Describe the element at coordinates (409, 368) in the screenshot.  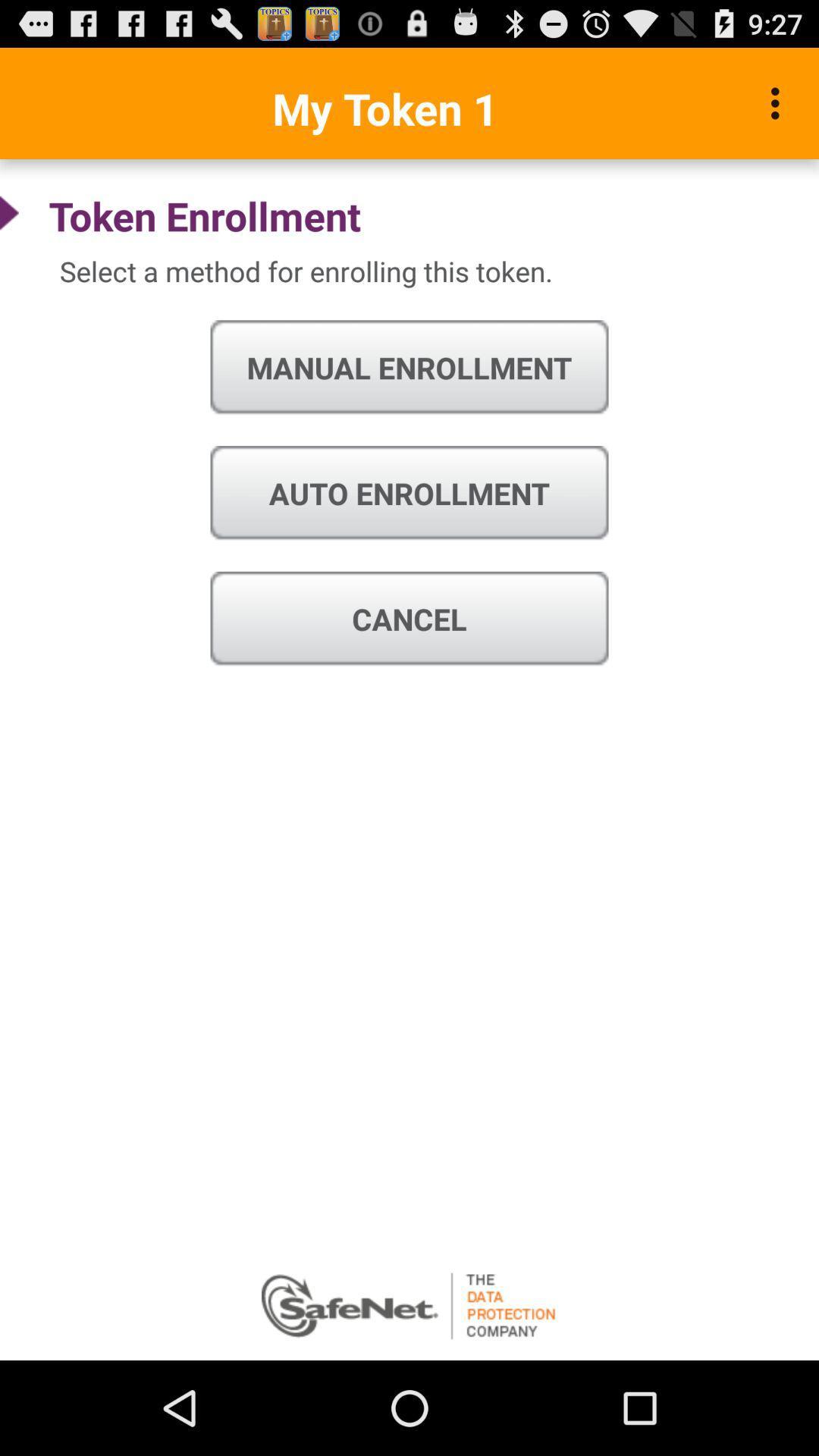
I see `manual enrollment icon` at that location.